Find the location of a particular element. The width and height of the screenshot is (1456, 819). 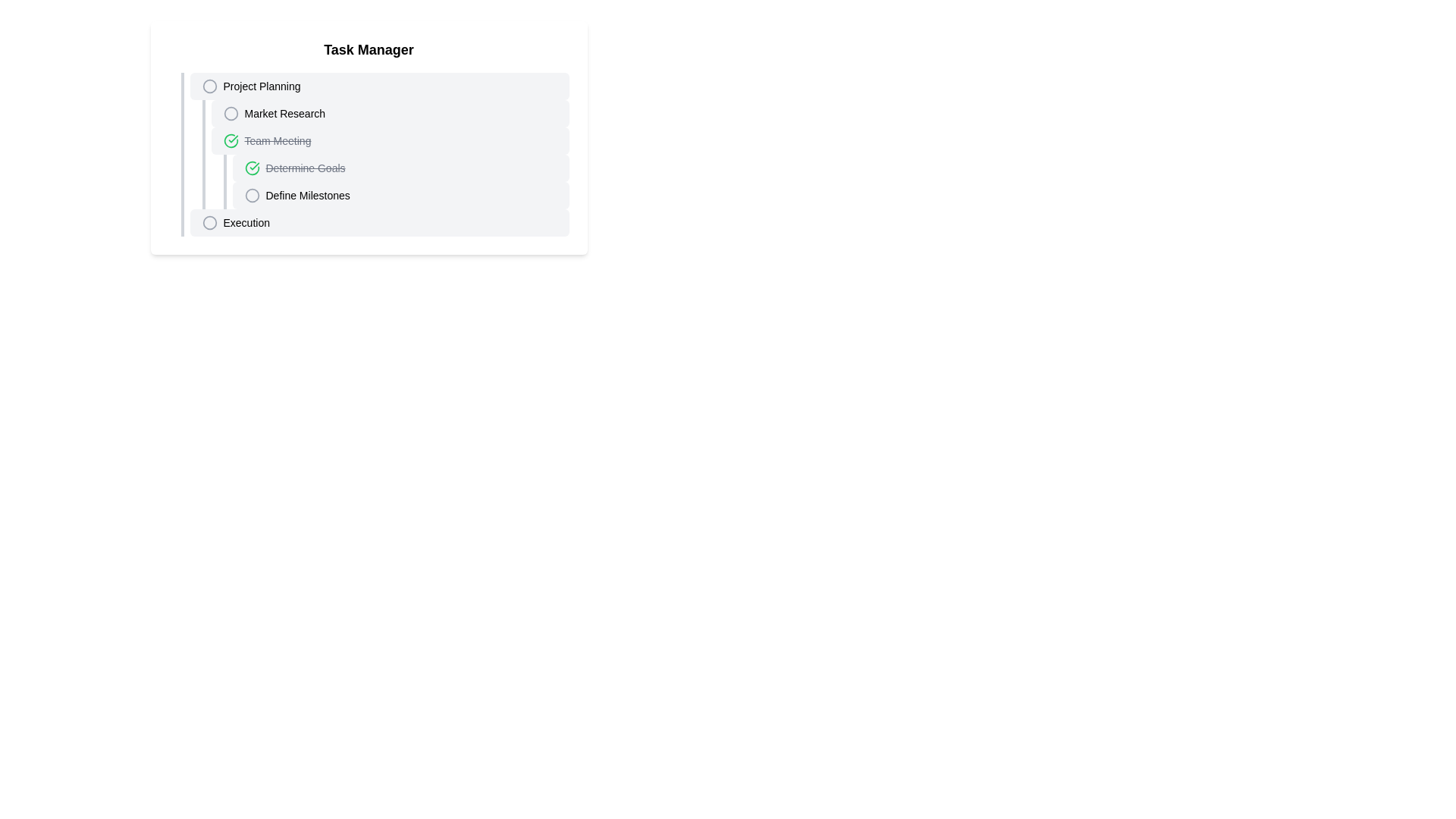

the status of the tasks 'Determine Goals' and 'Define Milestones' in the List item group with status indicators located under the 'Team Meeting' section is located at coordinates (390, 180).